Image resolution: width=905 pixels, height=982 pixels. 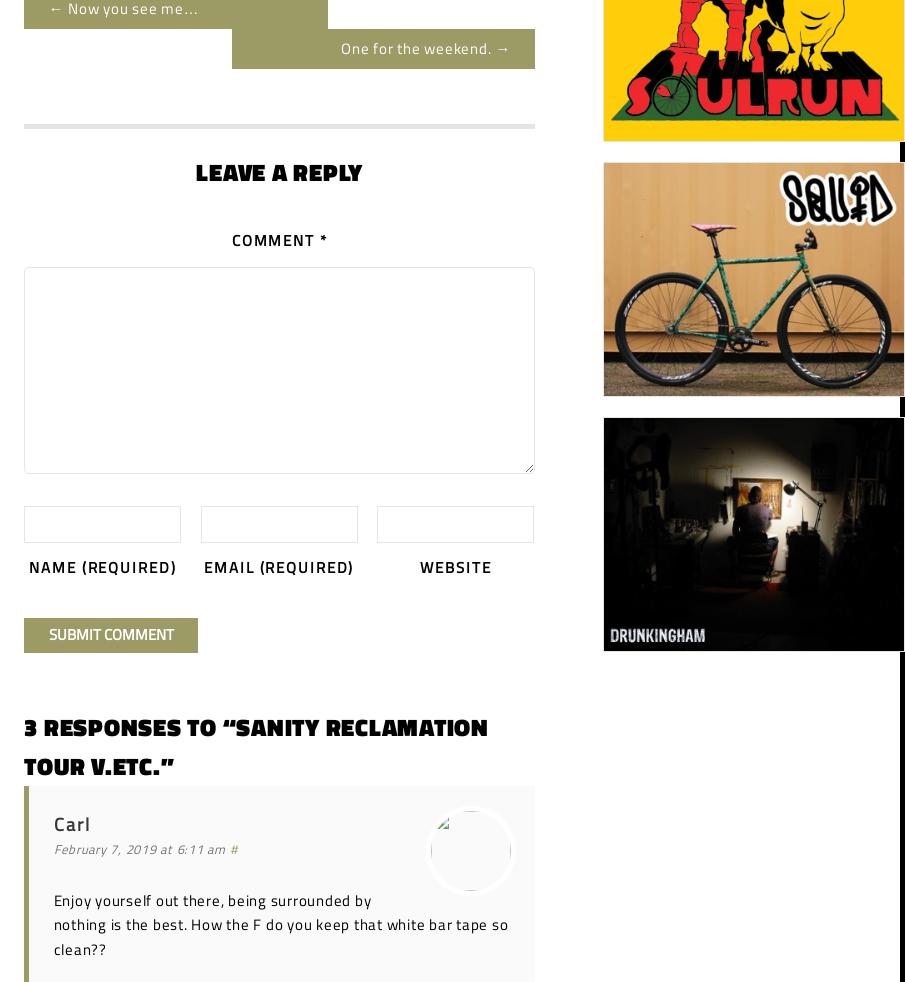 I want to click on '*', so click(x=321, y=239).